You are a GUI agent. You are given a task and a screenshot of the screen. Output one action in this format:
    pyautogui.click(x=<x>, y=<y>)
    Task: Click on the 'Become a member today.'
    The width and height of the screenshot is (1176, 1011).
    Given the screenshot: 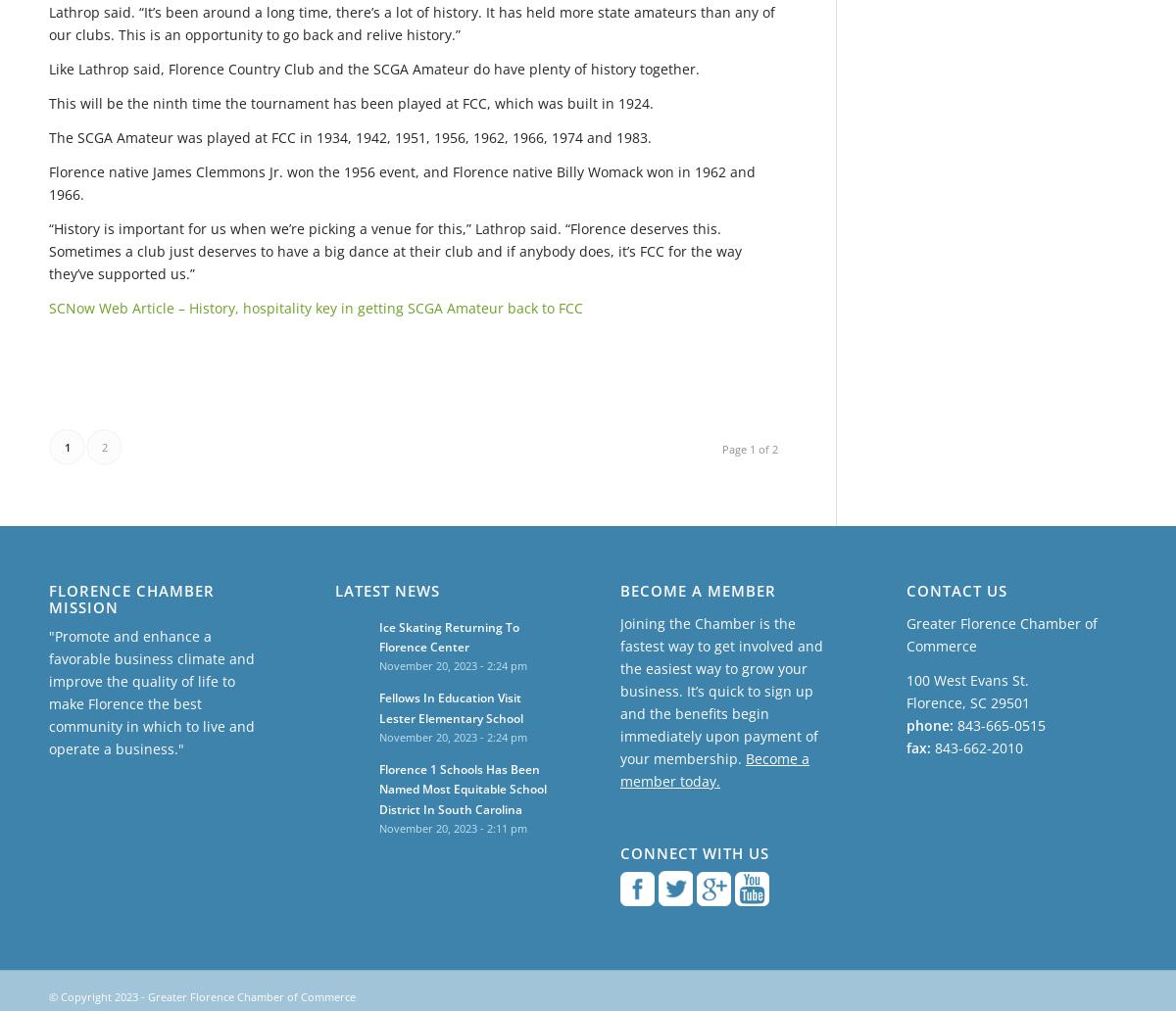 What is the action you would take?
    pyautogui.click(x=714, y=769)
    